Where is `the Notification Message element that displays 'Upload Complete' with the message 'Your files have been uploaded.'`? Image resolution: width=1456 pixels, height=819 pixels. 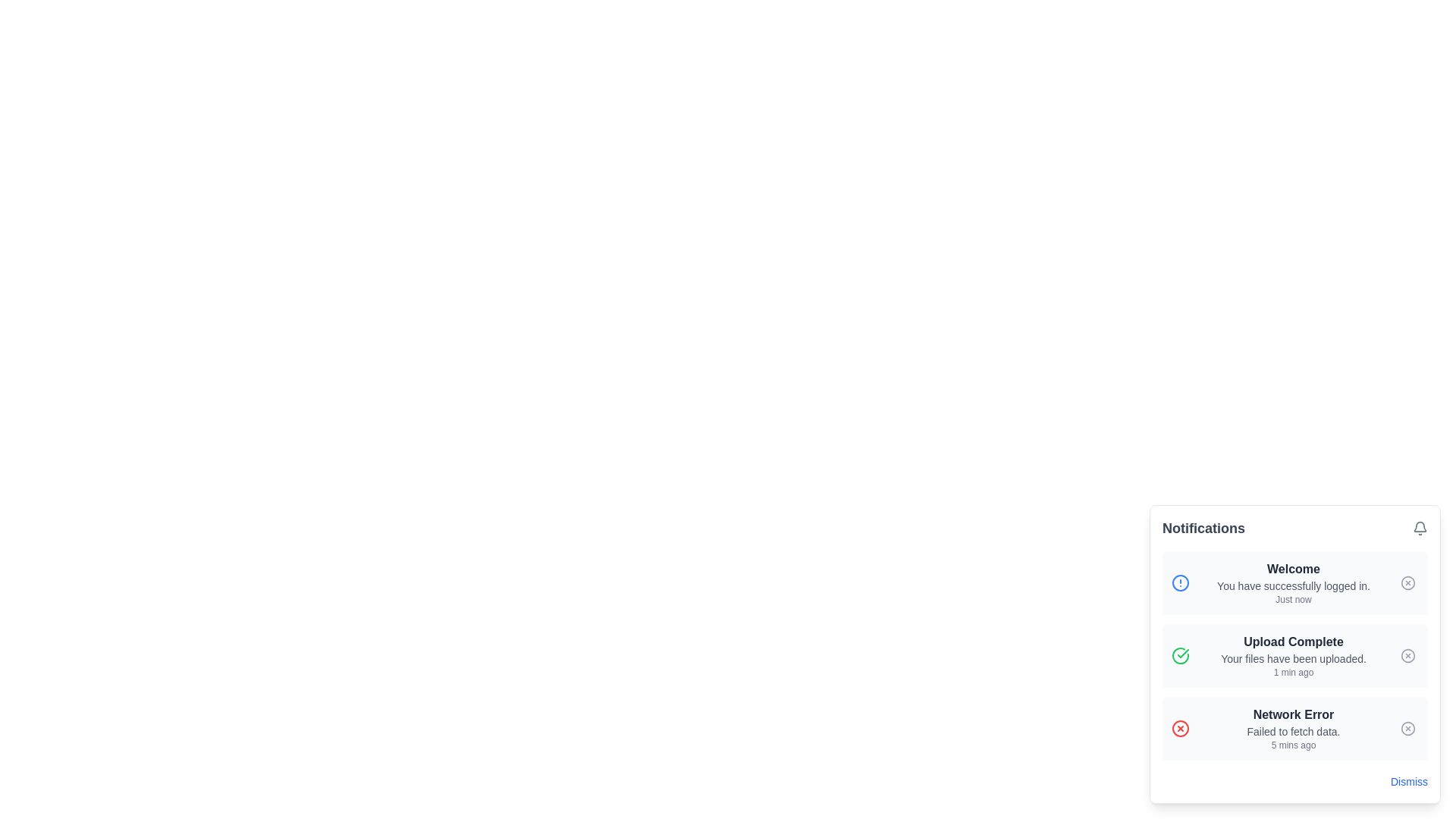
the Notification Message element that displays 'Upload Complete' with the message 'Your files have been uploaded.' is located at coordinates (1292, 654).